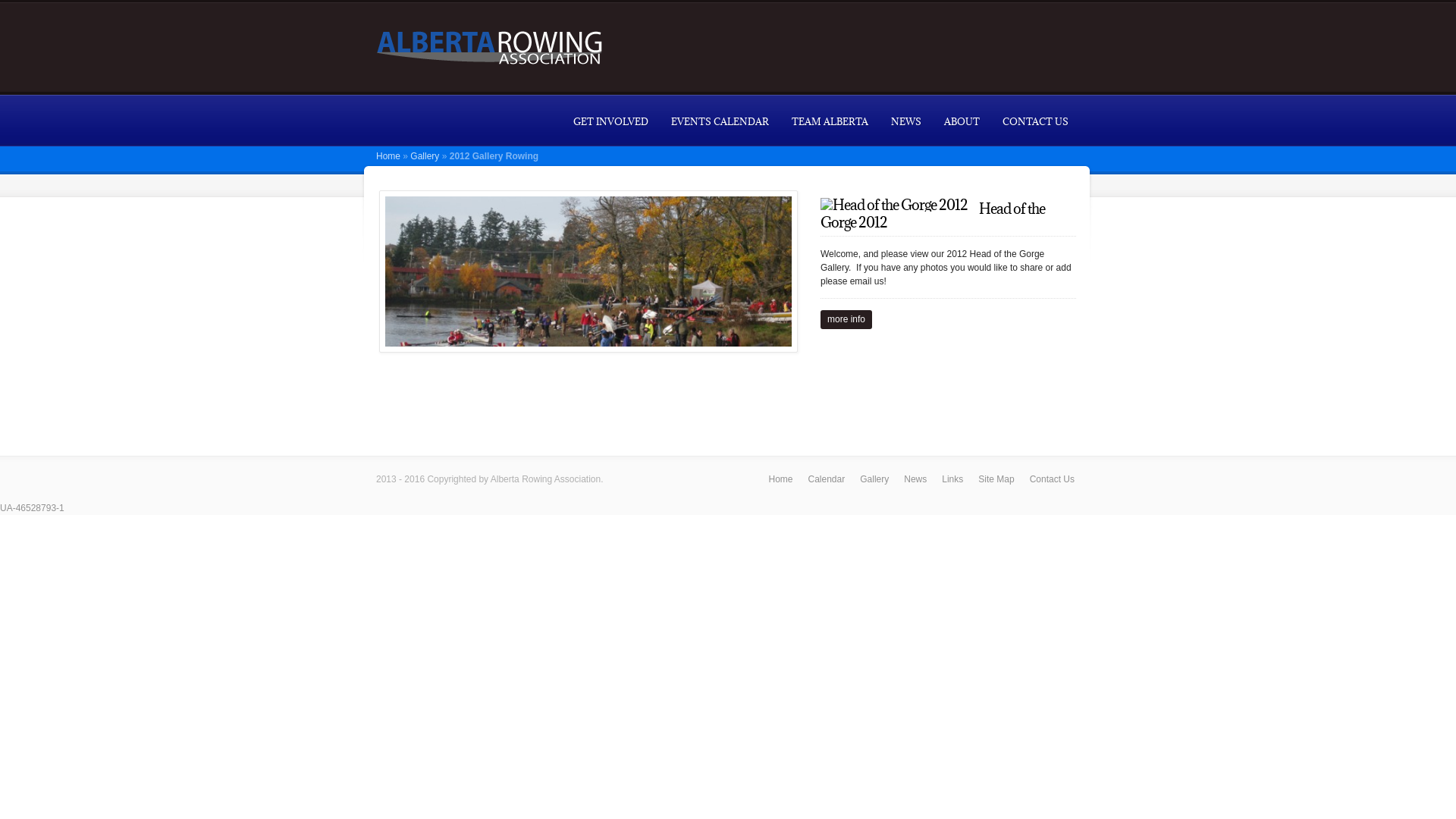 The height and width of the screenshot is (819, 1456). What do you see at coordinates (780, 479) in the screenshot?
I see `'Home'` at bounding box center [780, 479].